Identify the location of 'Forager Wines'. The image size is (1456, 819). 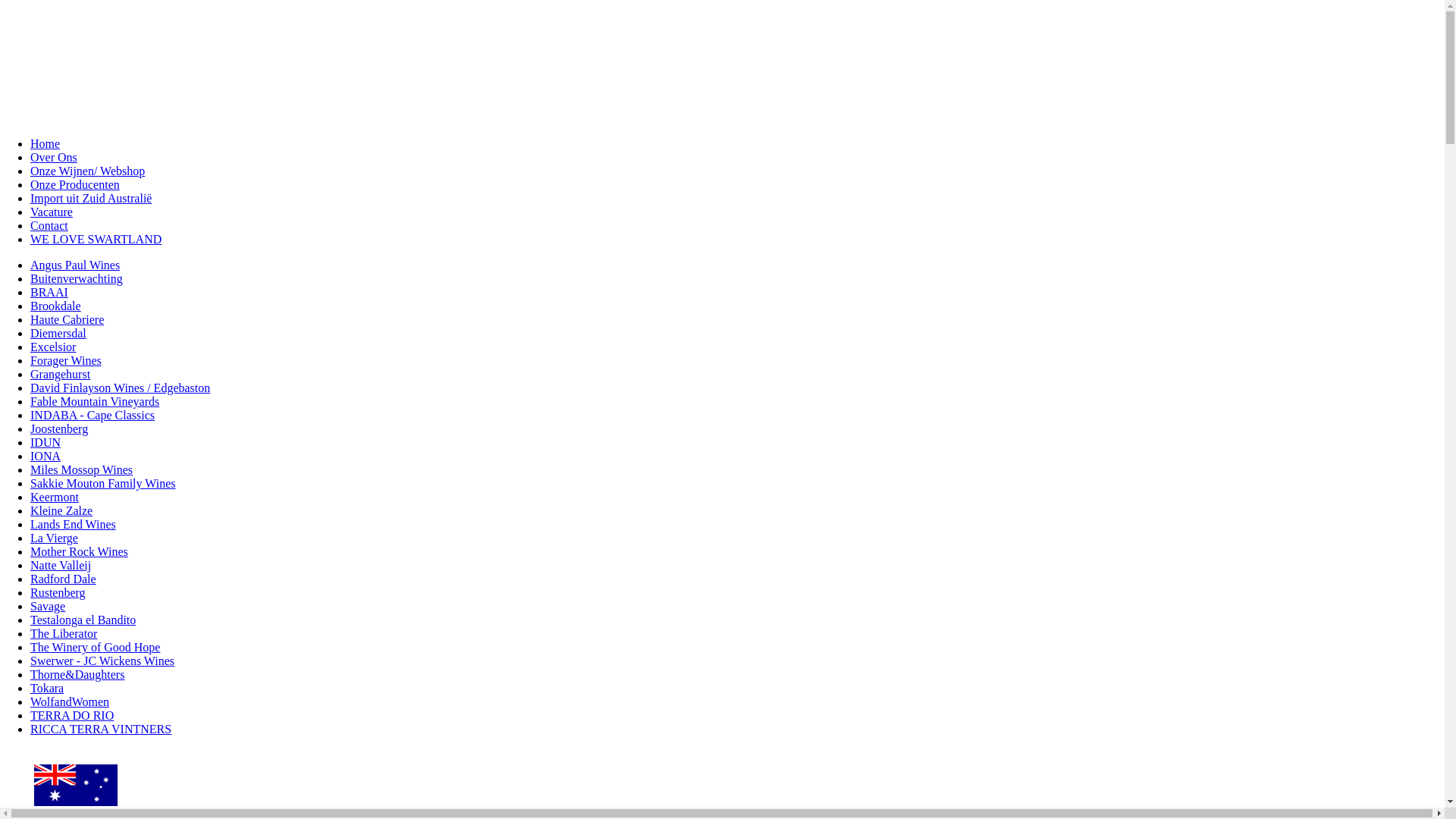
(64, 360).